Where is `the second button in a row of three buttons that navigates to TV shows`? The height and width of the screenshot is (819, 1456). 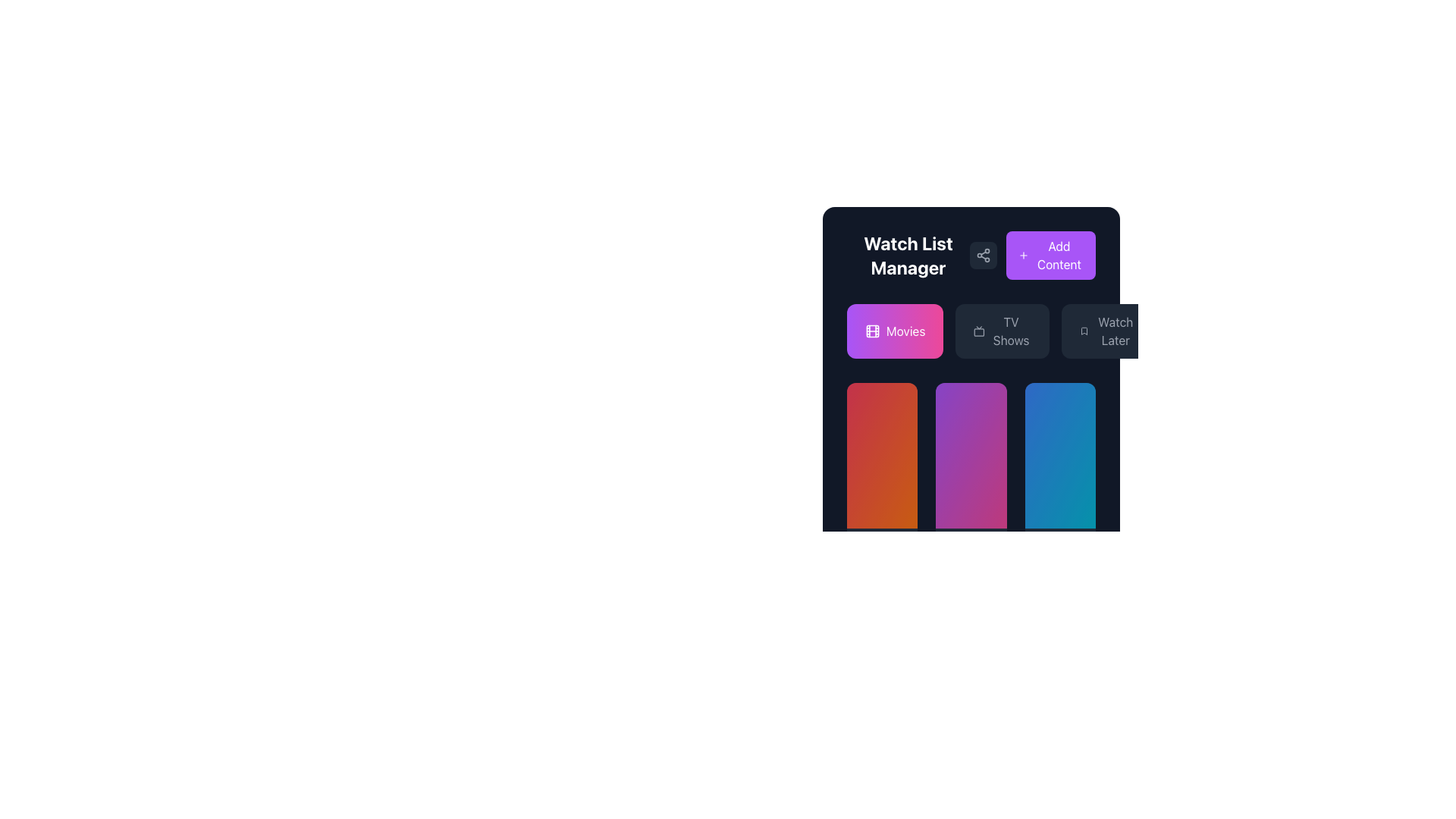
the second button in a row of three buttons that navigates to TV shows is located at coordinates (1003, 330).